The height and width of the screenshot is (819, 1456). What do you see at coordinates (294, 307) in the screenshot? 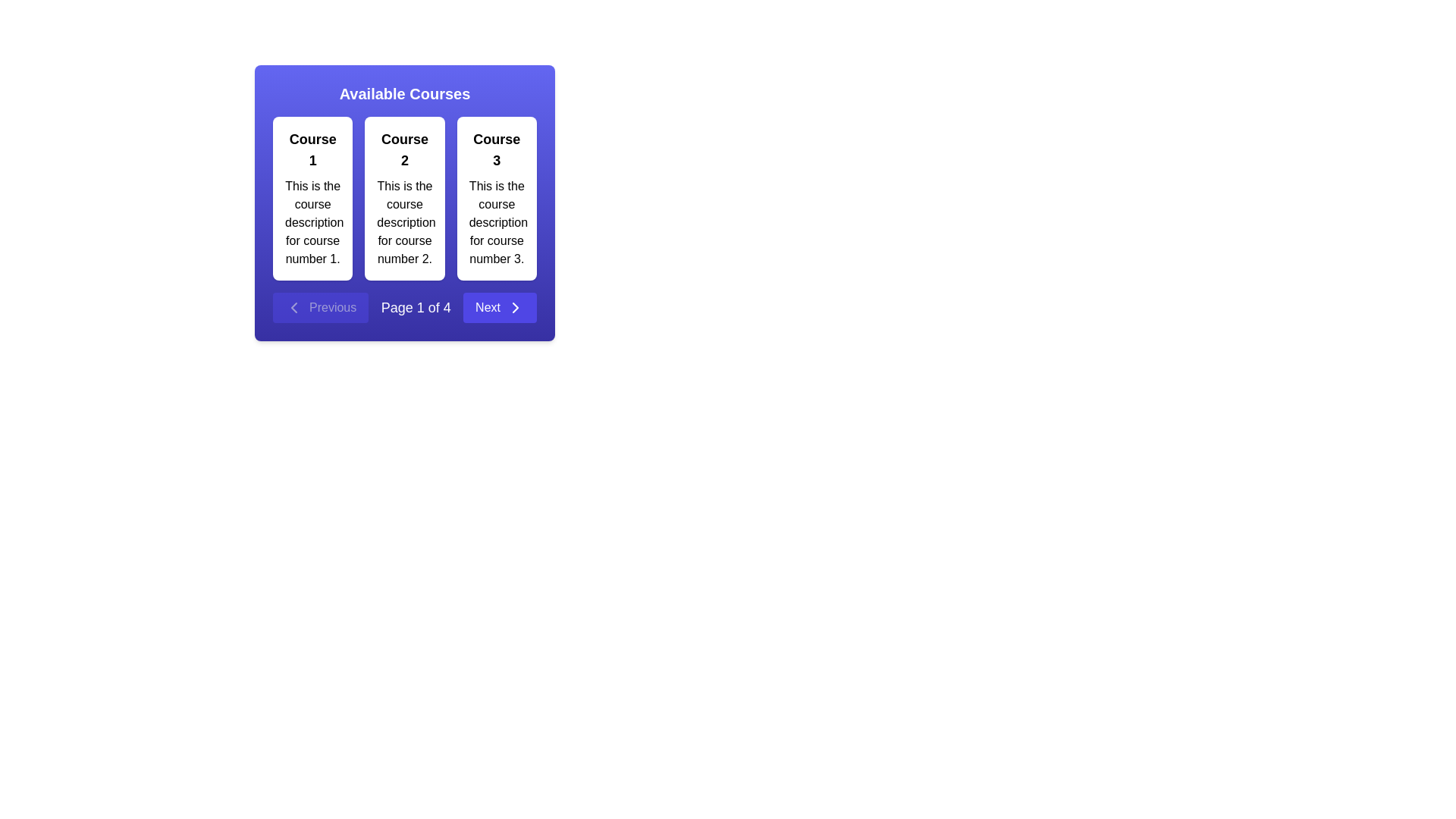
I see `the chevron icon located within the 'Previous' button at the bottom-left corner of the interface under the course cards in the pagination section` at bounding box center [294, 307].